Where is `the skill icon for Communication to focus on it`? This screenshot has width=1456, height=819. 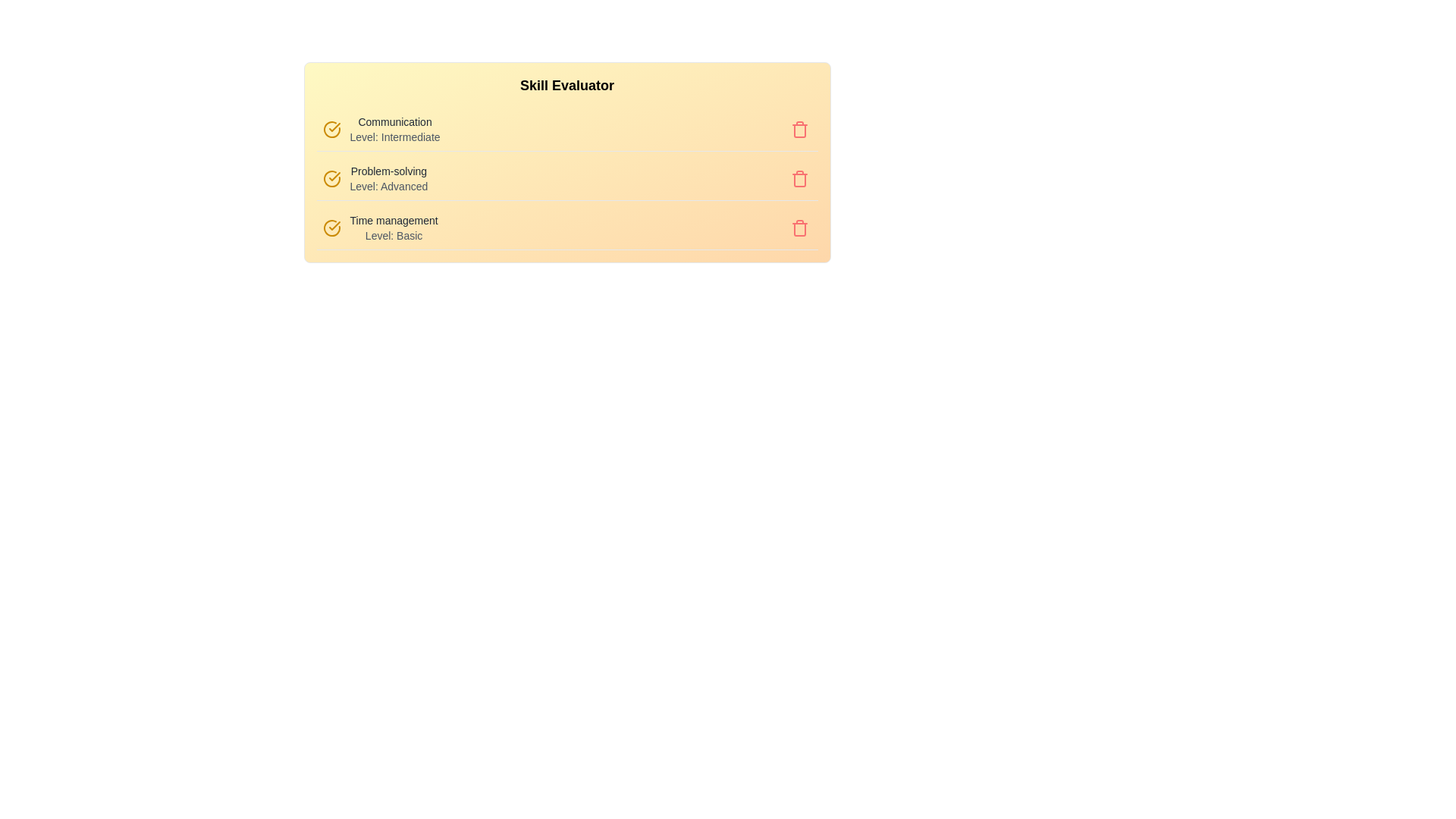
the skill icon for Communication to focus on it is located at coordinates (331, 128).